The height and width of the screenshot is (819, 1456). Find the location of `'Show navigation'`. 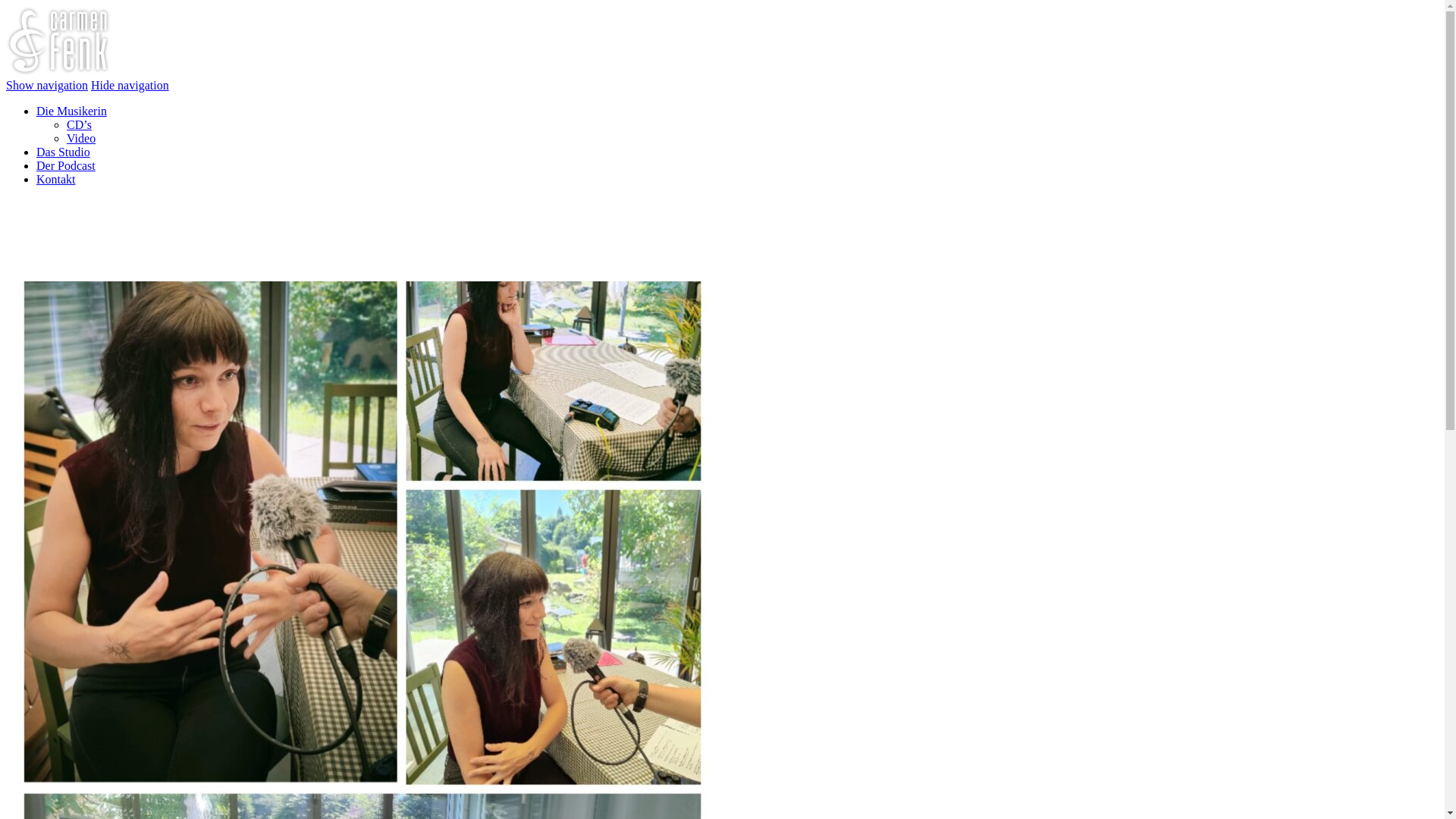

'Show navigation' is located at coordinates (47, 85).